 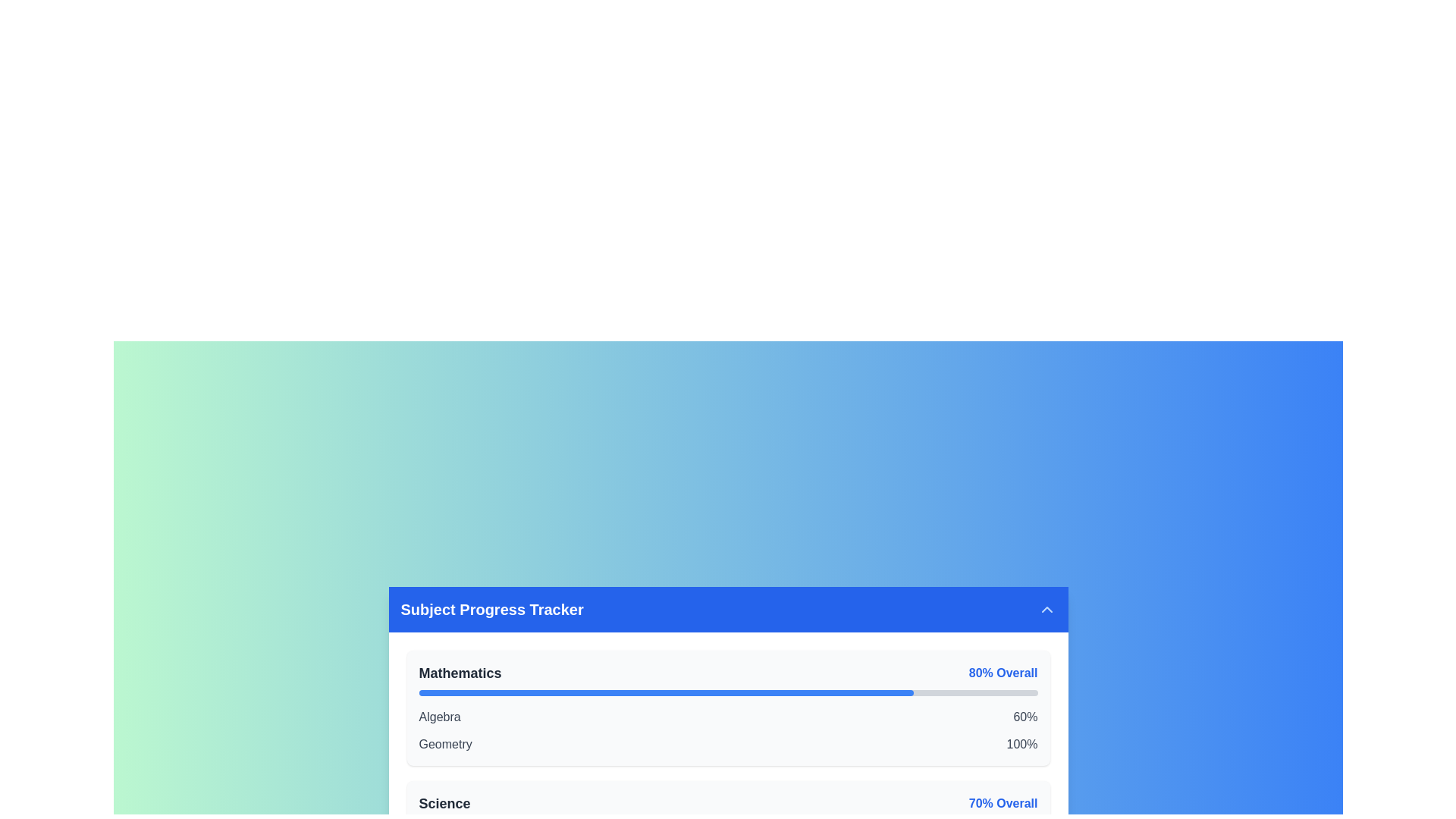 I want to click on the Static text label indicating the 'Geometry' subsection within the 'Mathematics' category in the 'Subject Progress Tracker' interface, so click(x=444, y=744).